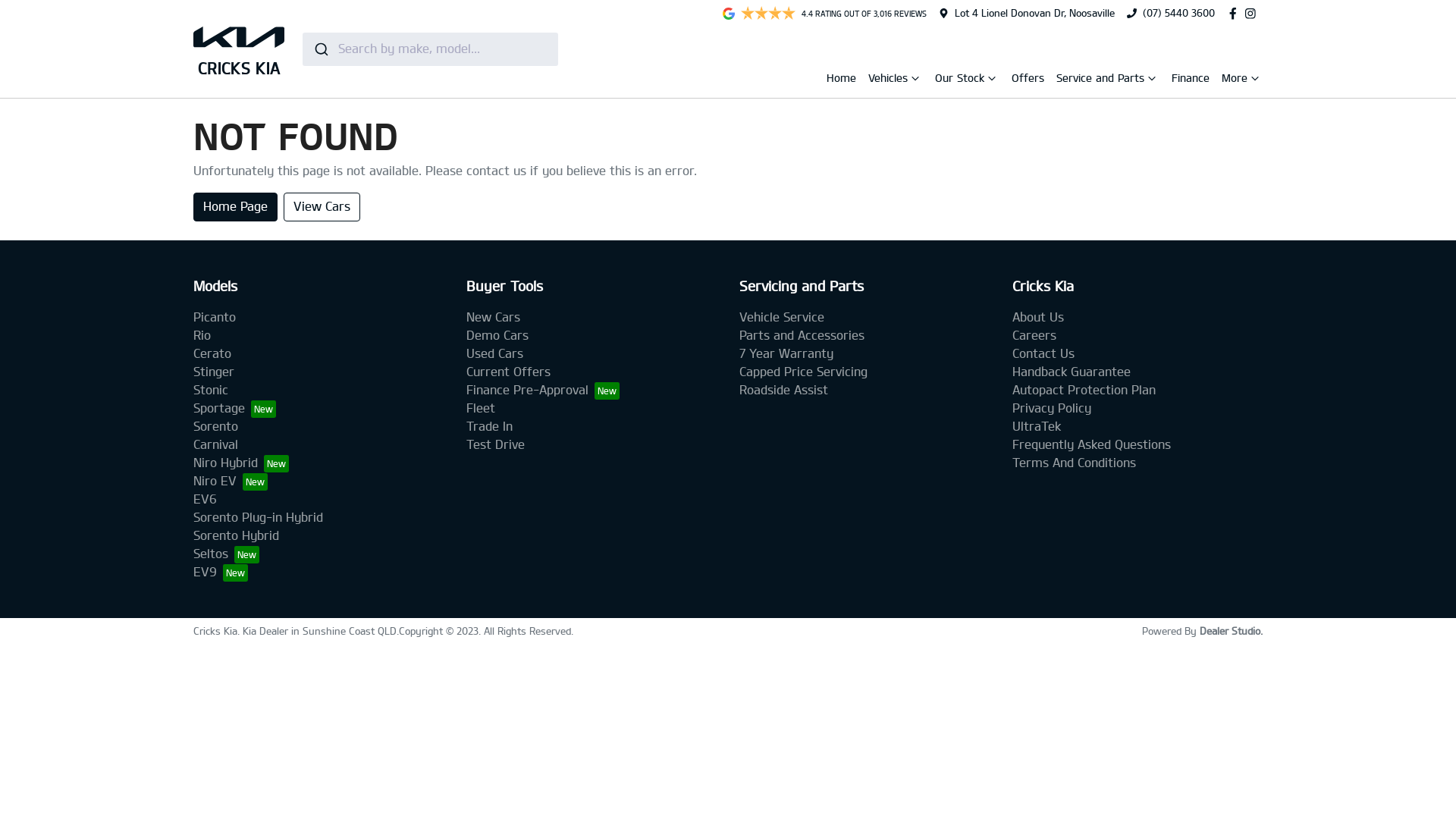  What do you see at coordinates (234, 207) in the screenshot?
I see `'Home Page'` at bounding box center [234, 207].